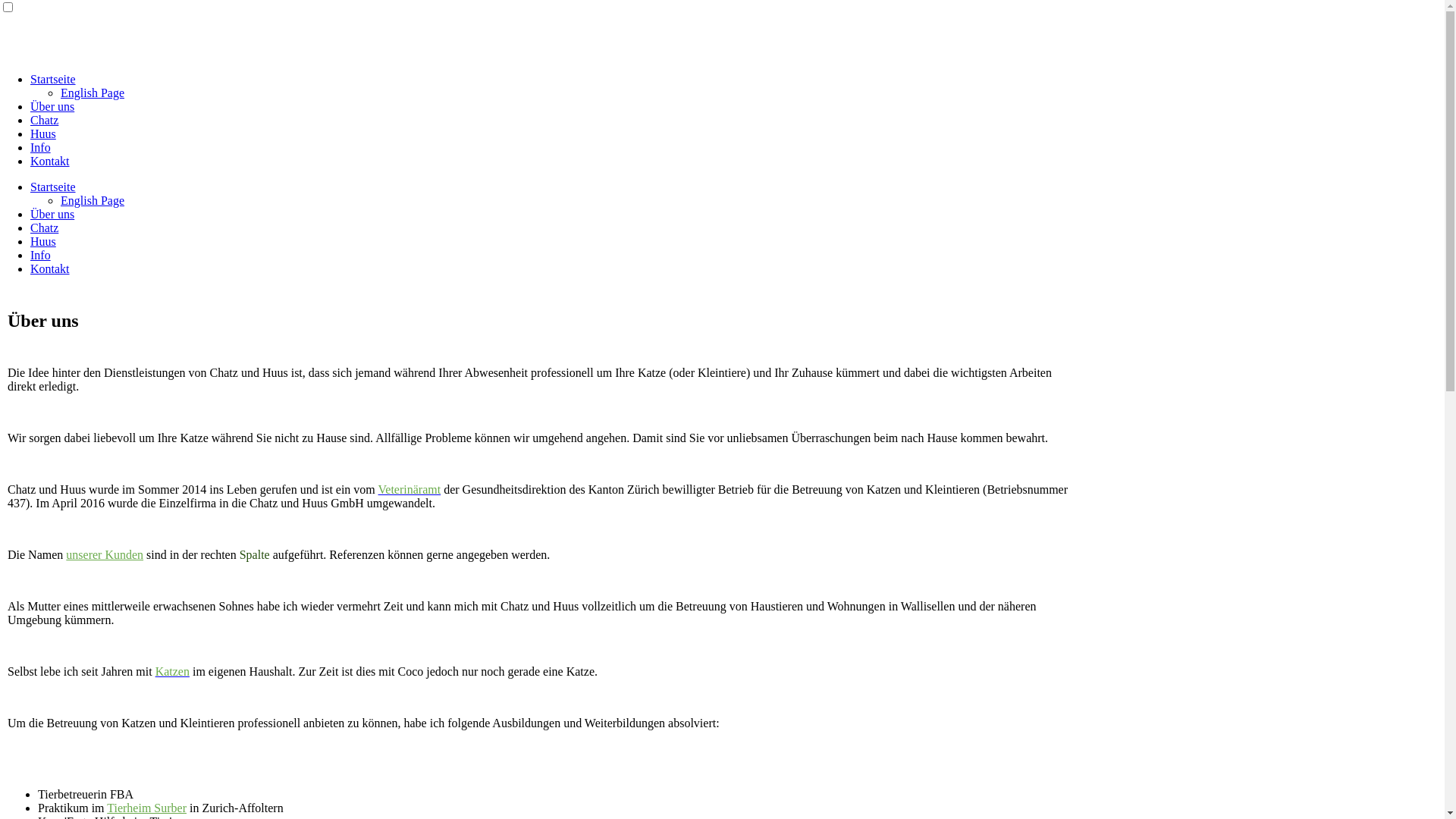 The height and width of the screenshot is (819, 1456). Describe the element at coordinates (50, 161) in the screenshot. I see `'Kontakt'` at that location.